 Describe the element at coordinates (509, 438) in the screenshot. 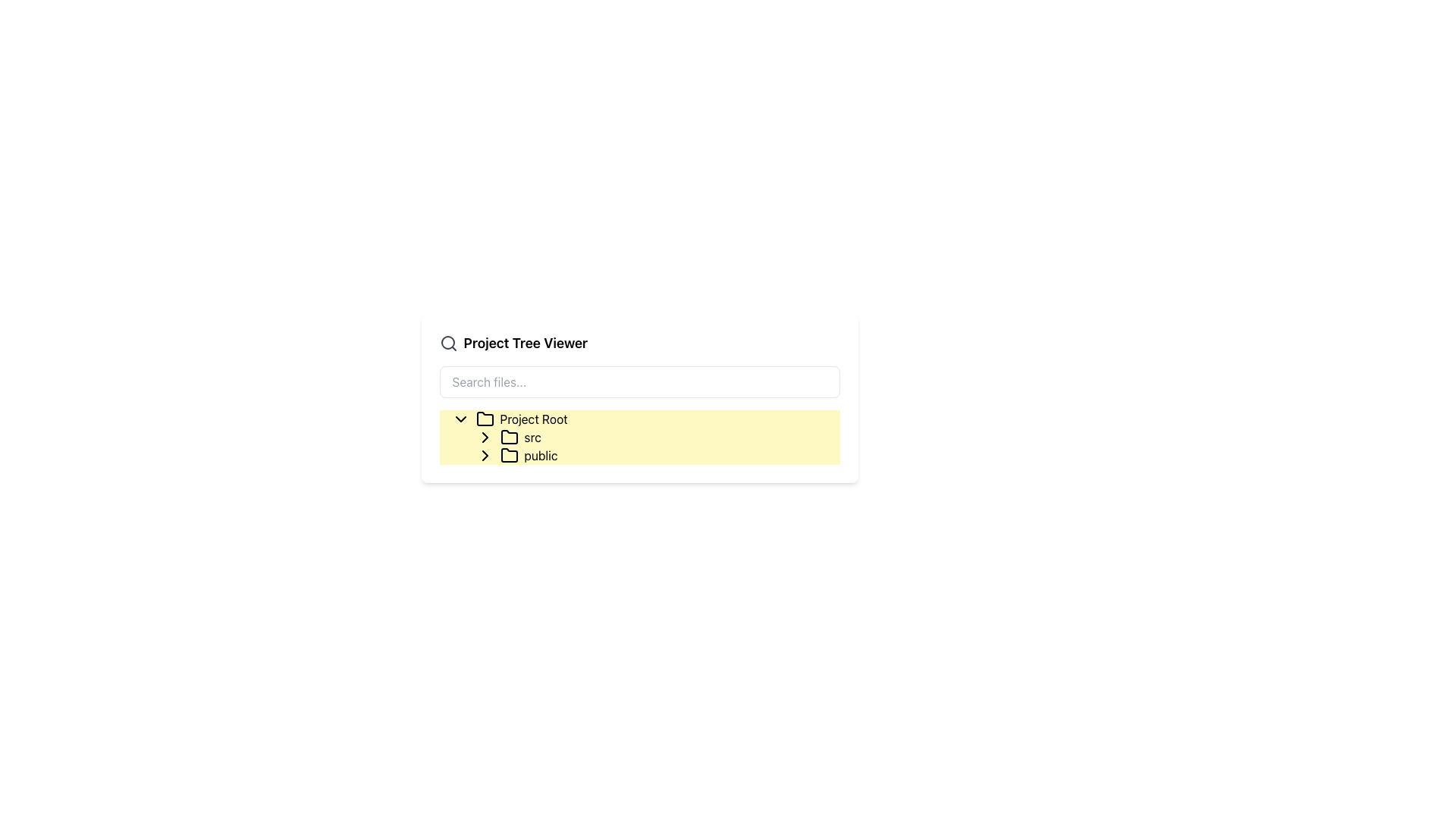

I see `the folder icon representing the 'src' label in the file tree to interact with the folder` at that location.